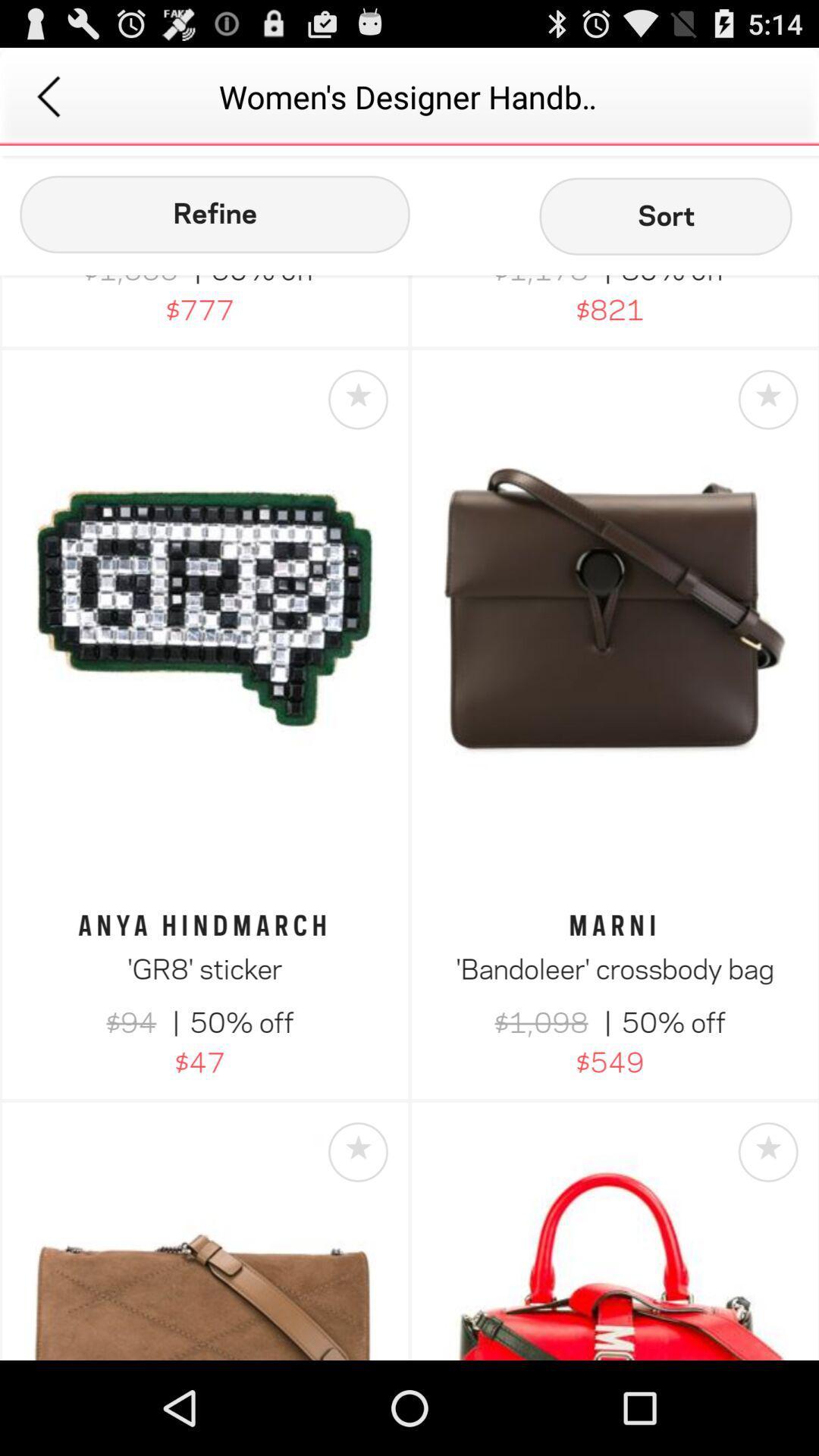 The image size is (819, 1456). I want to click on the arrow_backward icon, so click(48, 102).